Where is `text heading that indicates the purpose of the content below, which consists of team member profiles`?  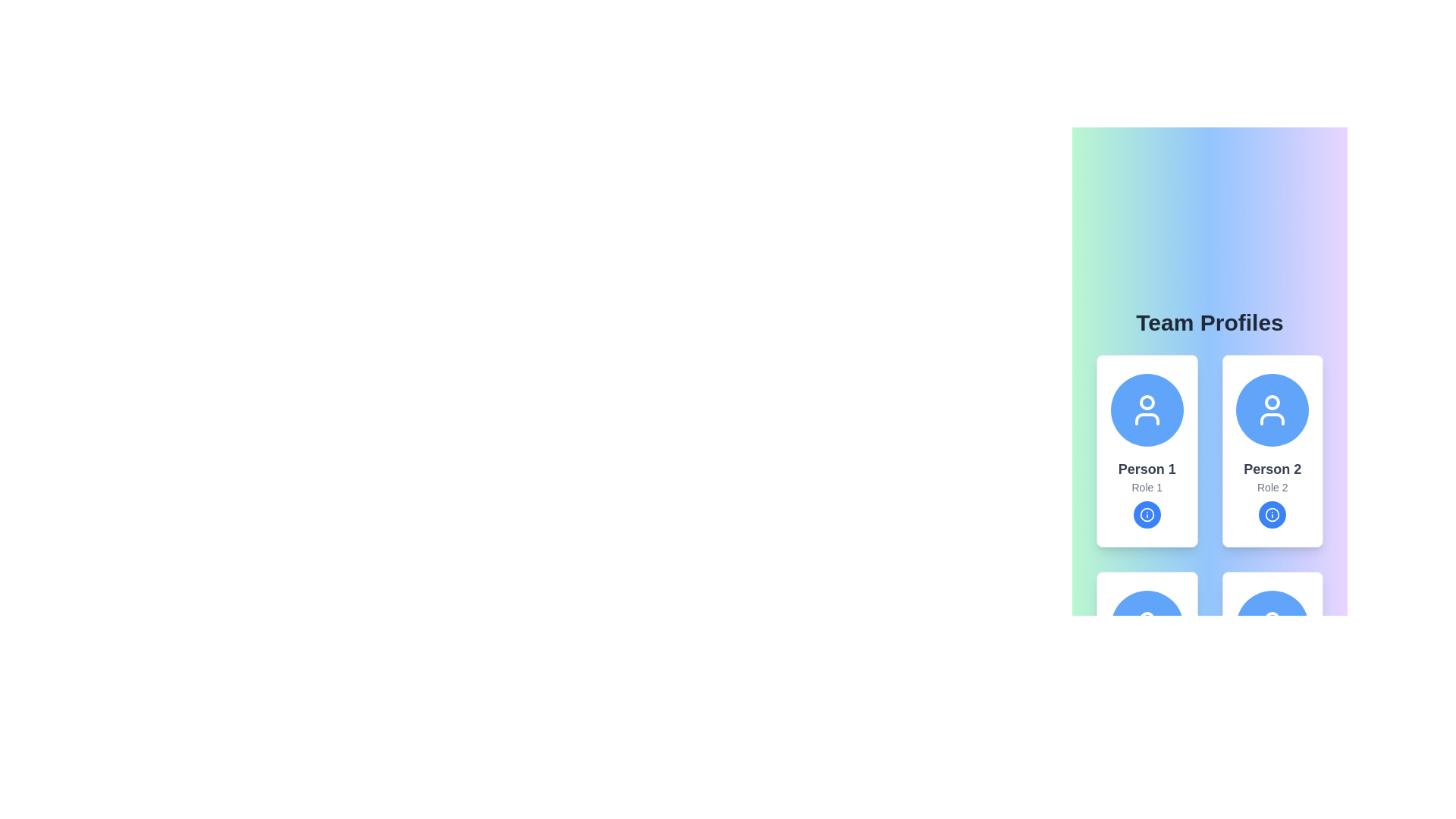 text heading that indicates the purpose of the content below, which consists of team member profiles is located at coordinates (1209, 322).